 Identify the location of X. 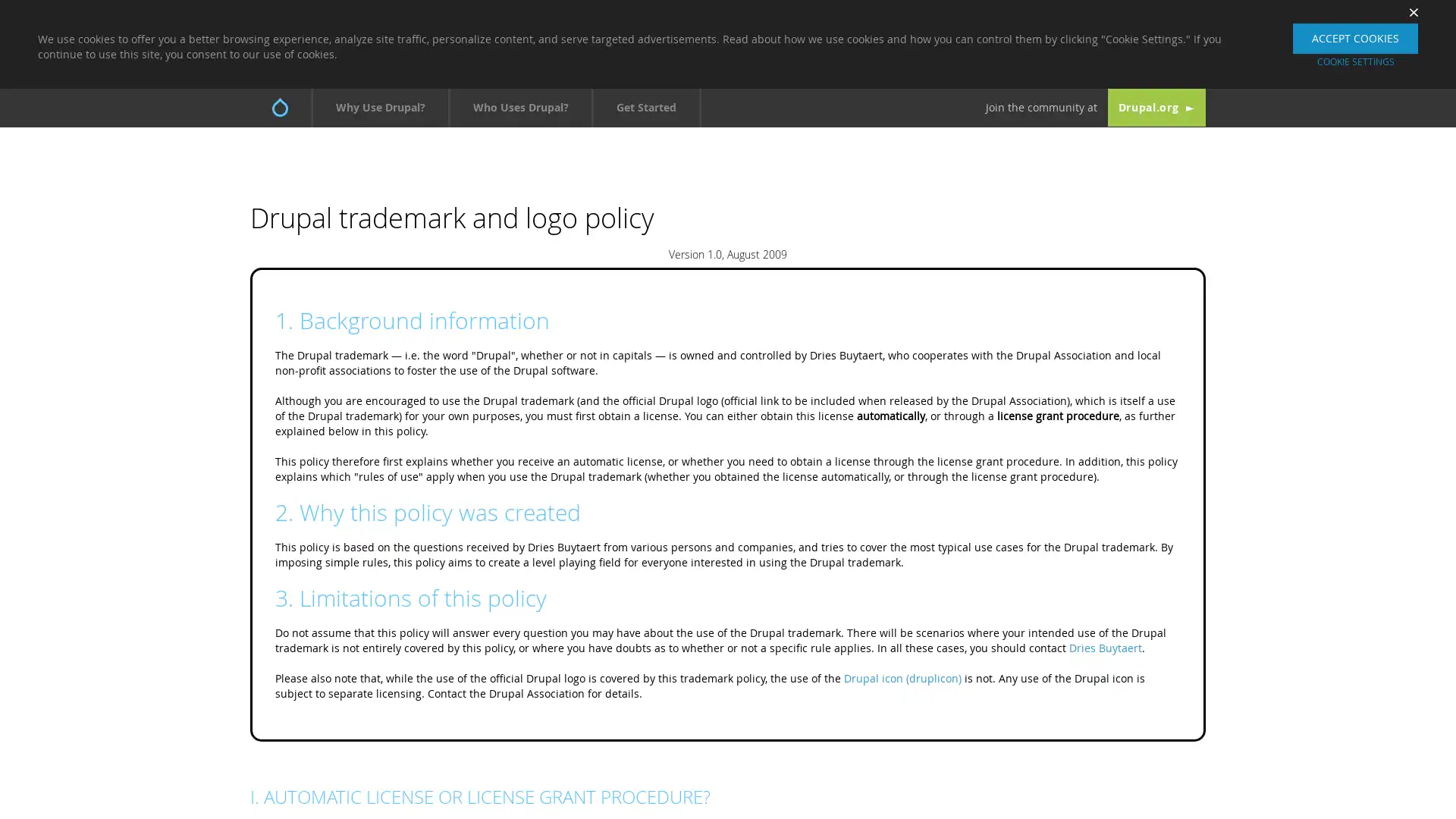
(1408, 11).